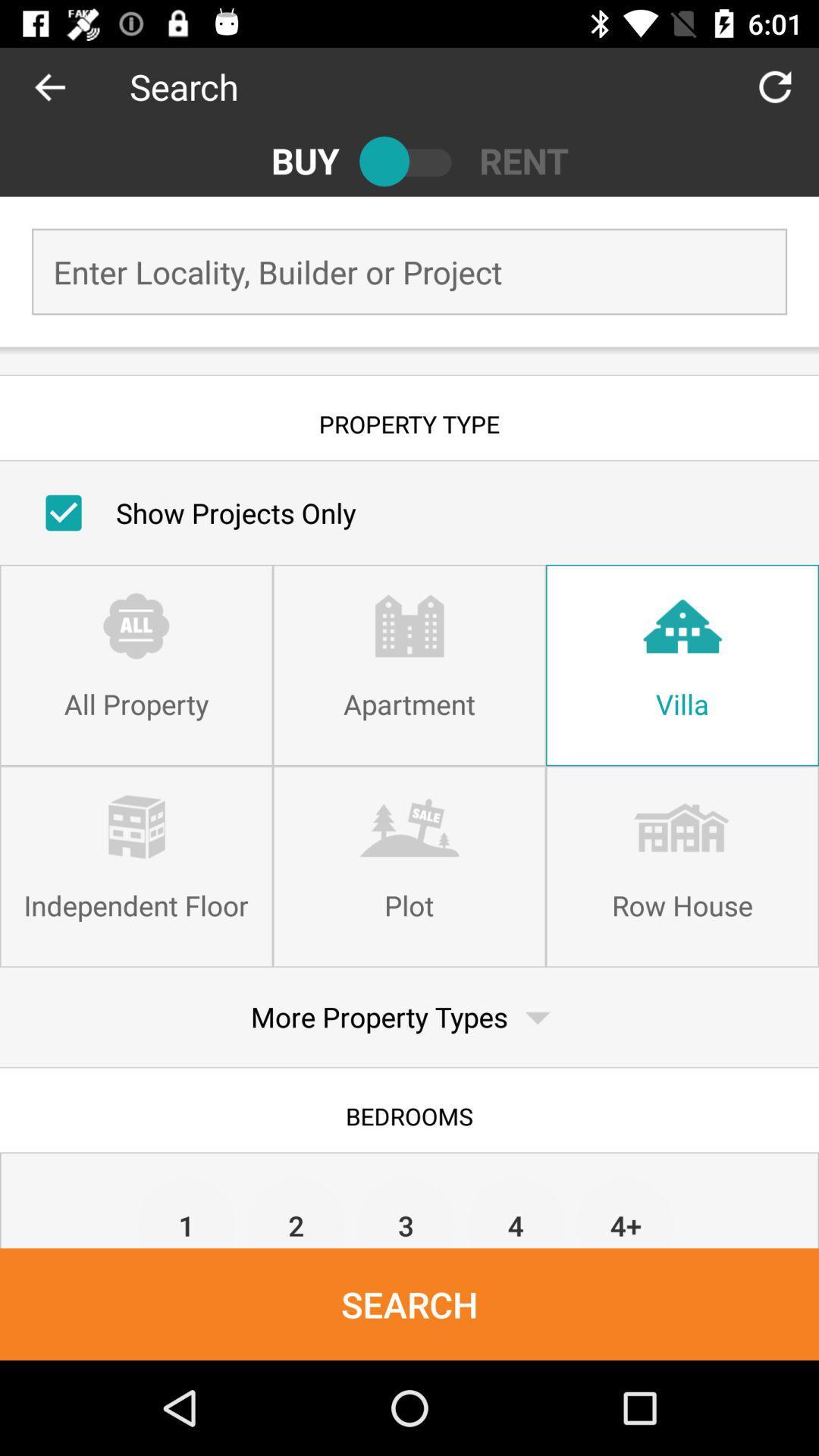  What do you see at coordinates (409, 271) in the screenshot?
I see `information` at bounding box center [409, 271].